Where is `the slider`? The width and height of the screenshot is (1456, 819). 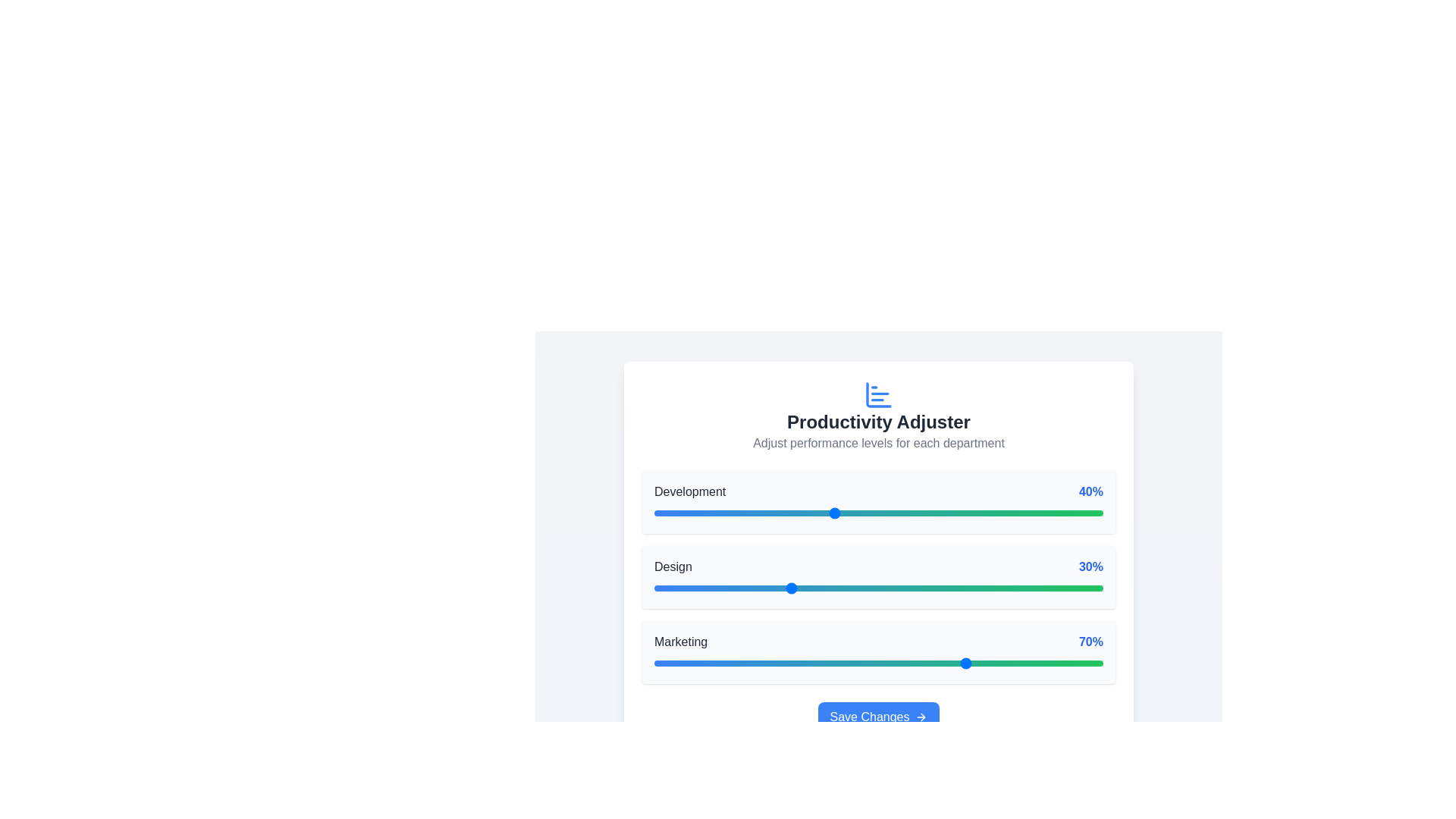 the slider is located at coordinates (959, 587).